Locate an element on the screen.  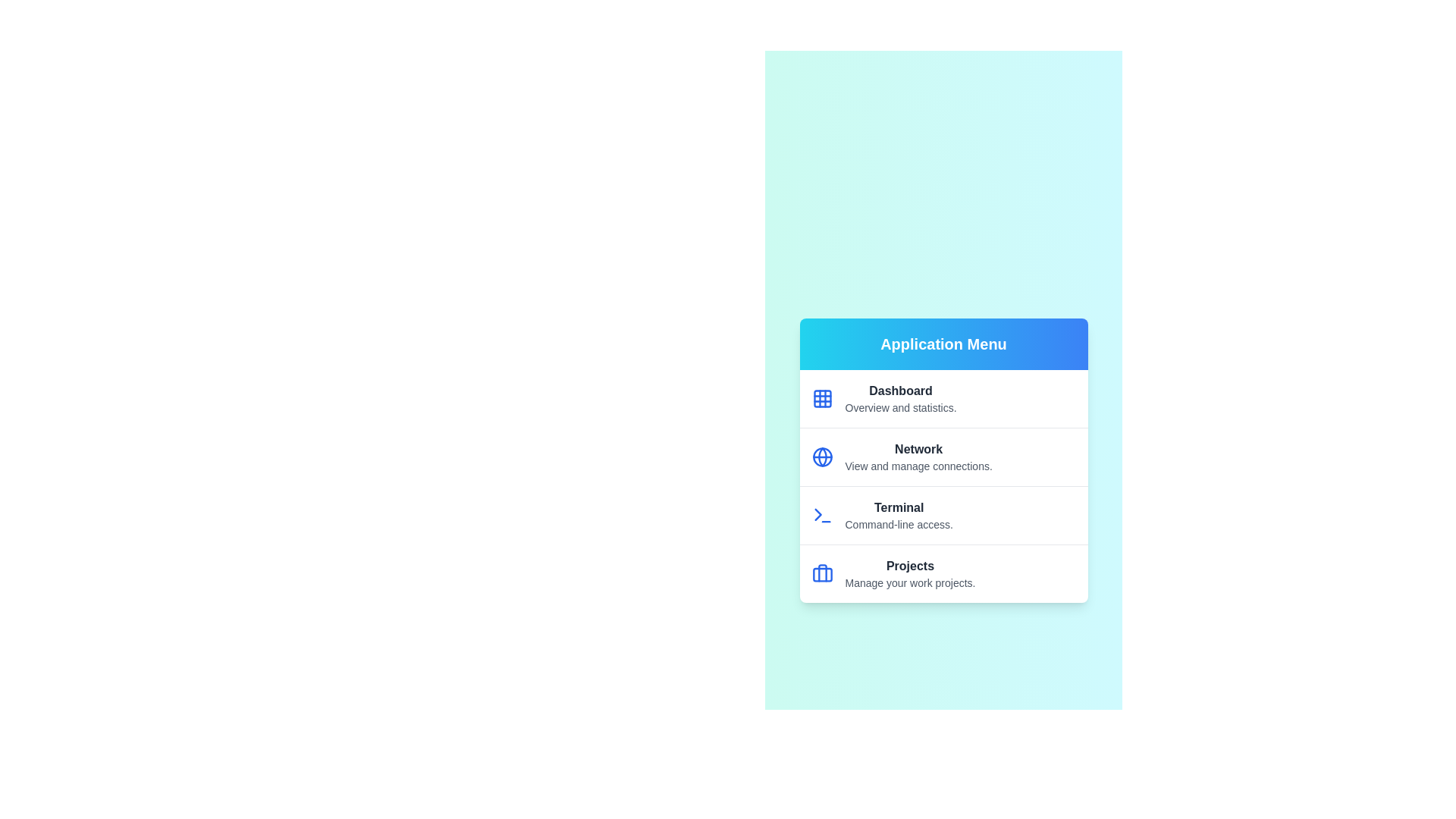
the icon for the menu item labeled Projects is located at coordinates (821, 573).